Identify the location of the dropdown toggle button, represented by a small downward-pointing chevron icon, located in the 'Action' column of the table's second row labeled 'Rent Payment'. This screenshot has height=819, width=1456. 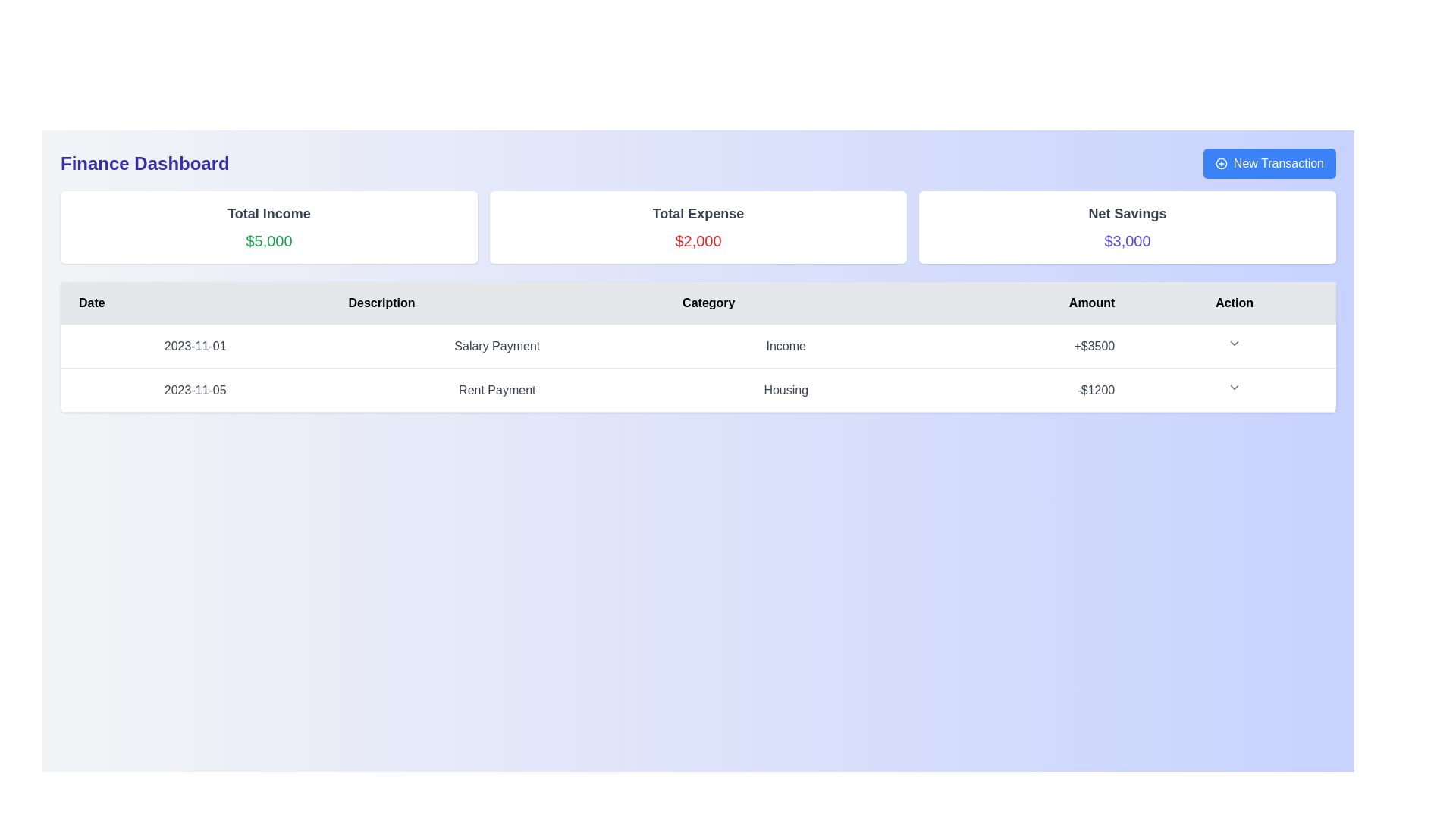
(1235, 386).